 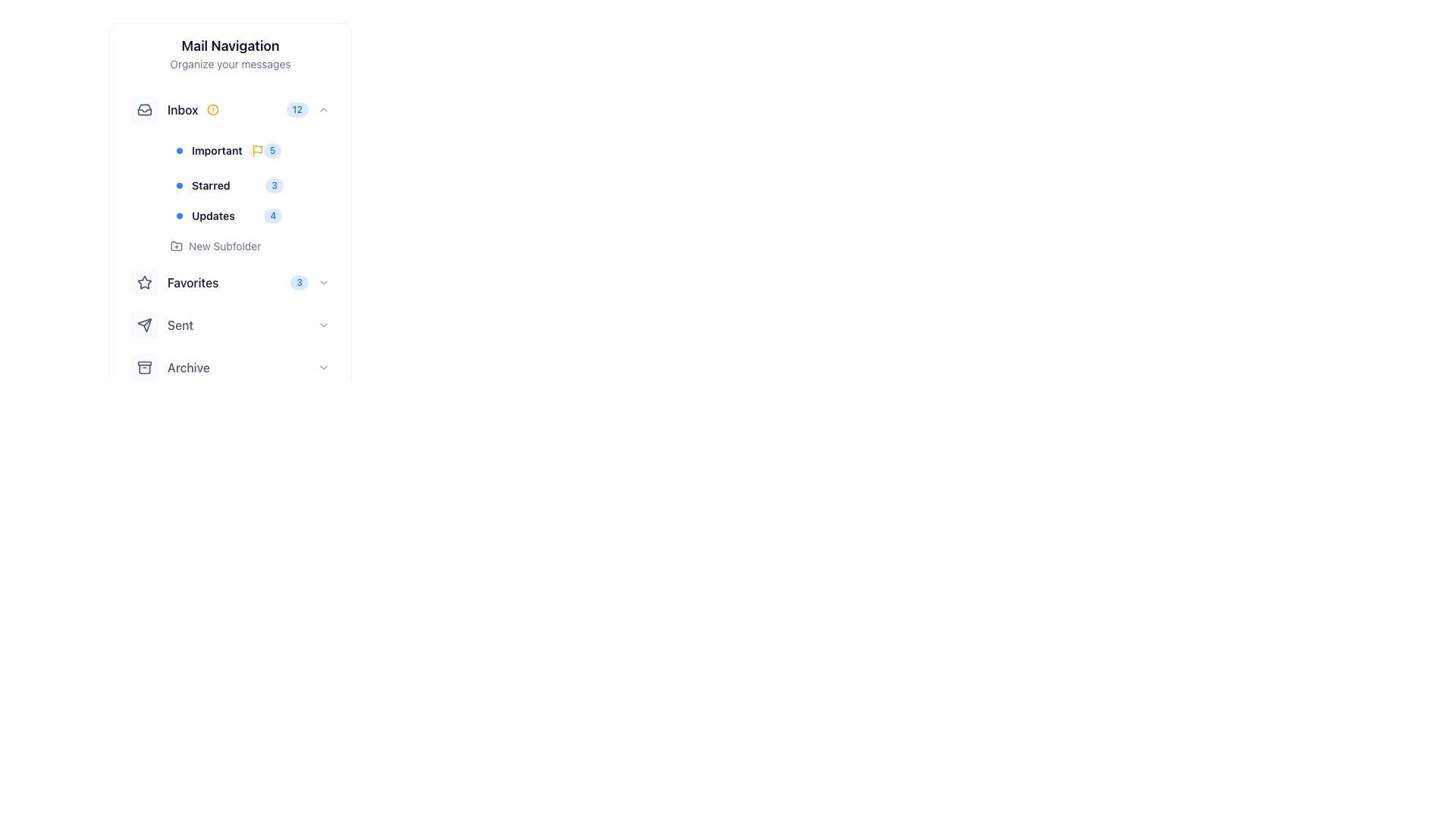 What do you see at coordinates (248, 245) in the screenshot?
I see `the 'New Subfolder' button located in the 'Inbox' section of the navigation sidebar menu` at bounding box center [248, 245].